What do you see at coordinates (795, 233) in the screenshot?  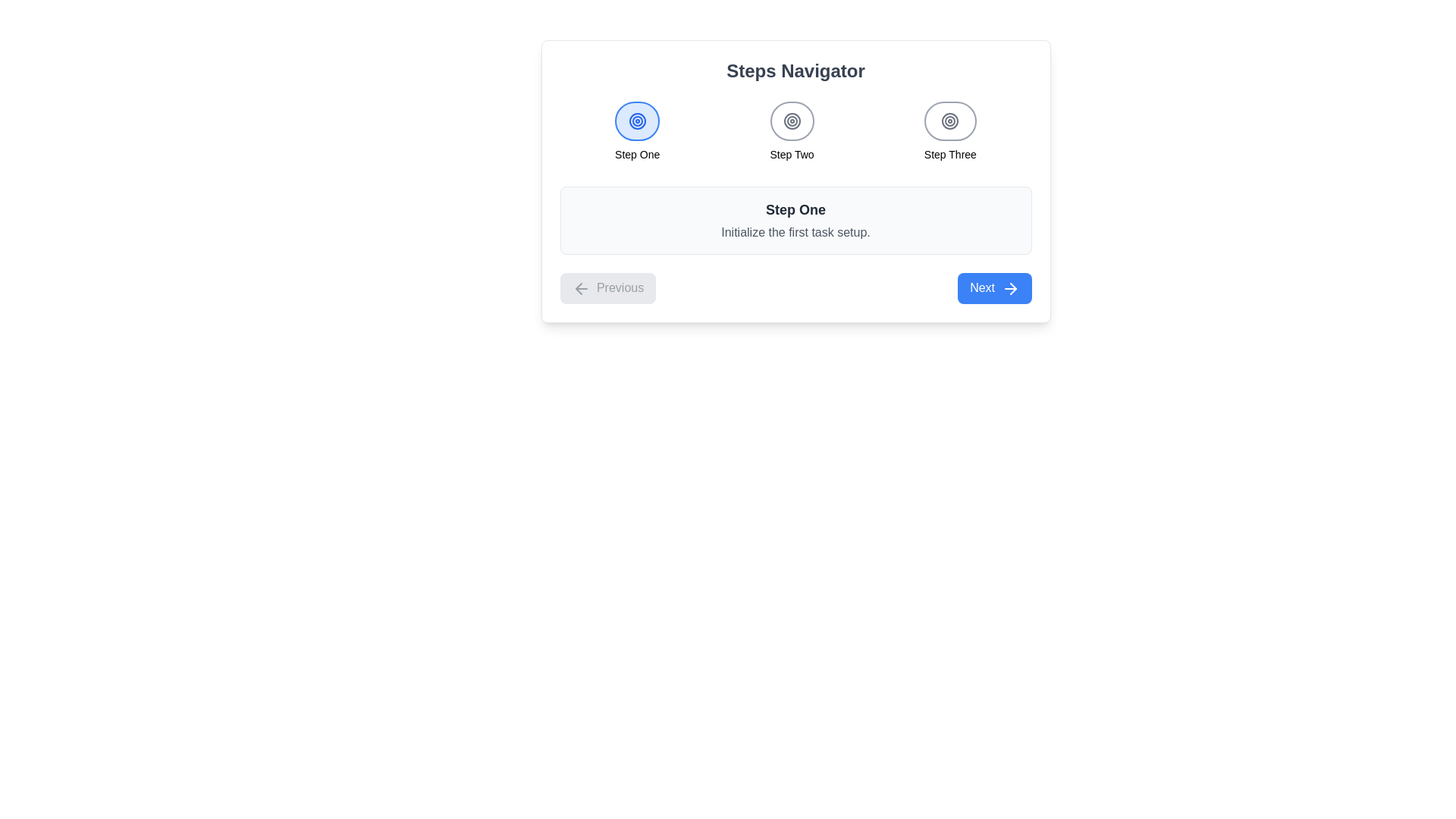 I see `the Static Text element that provides additional descriptive information for 'Step One', located directly below the header text` at bounding box center [795, 233].